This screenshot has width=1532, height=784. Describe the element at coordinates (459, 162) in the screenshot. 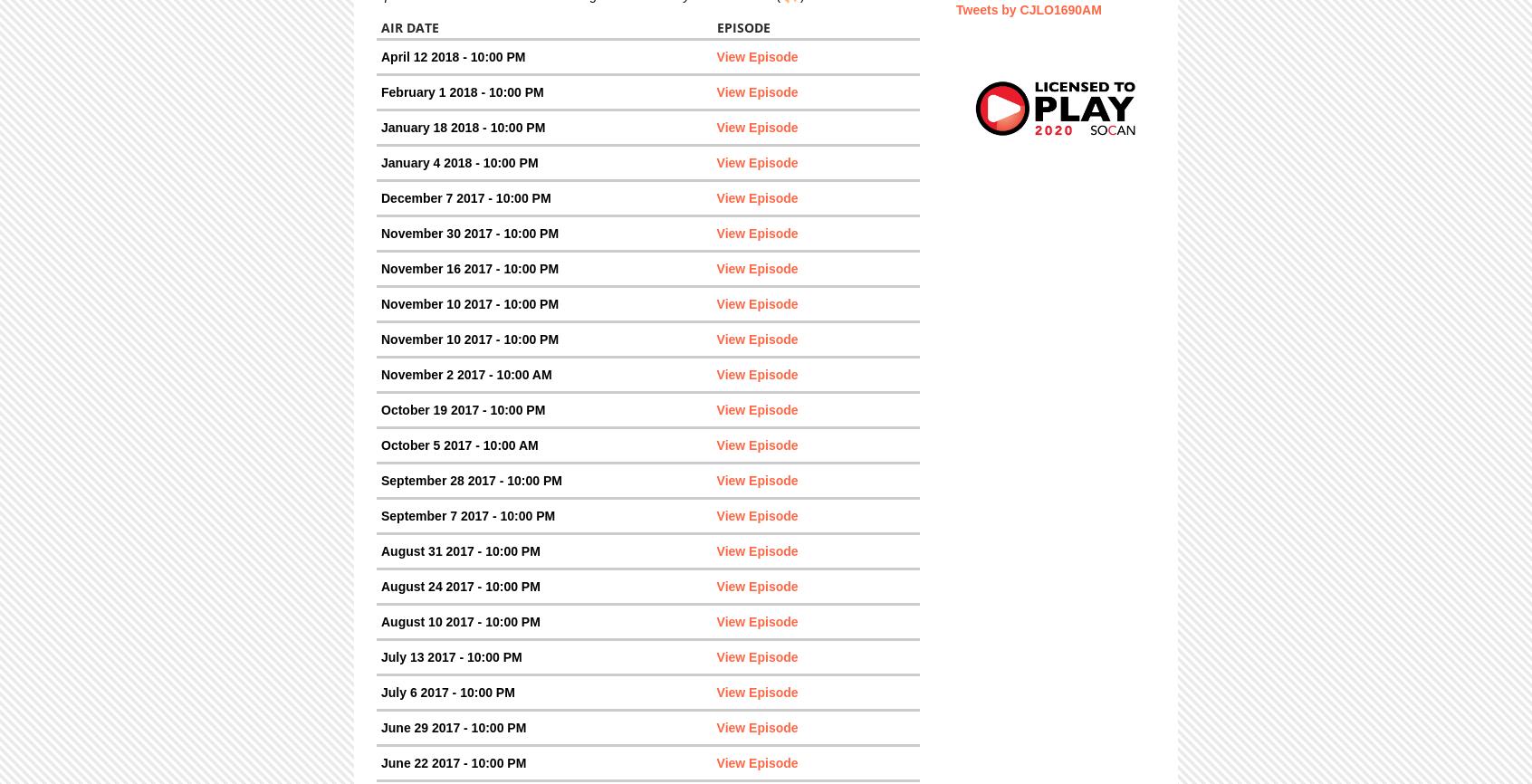

I see `'January 4 2018 - 10:00 PM'` at that location.